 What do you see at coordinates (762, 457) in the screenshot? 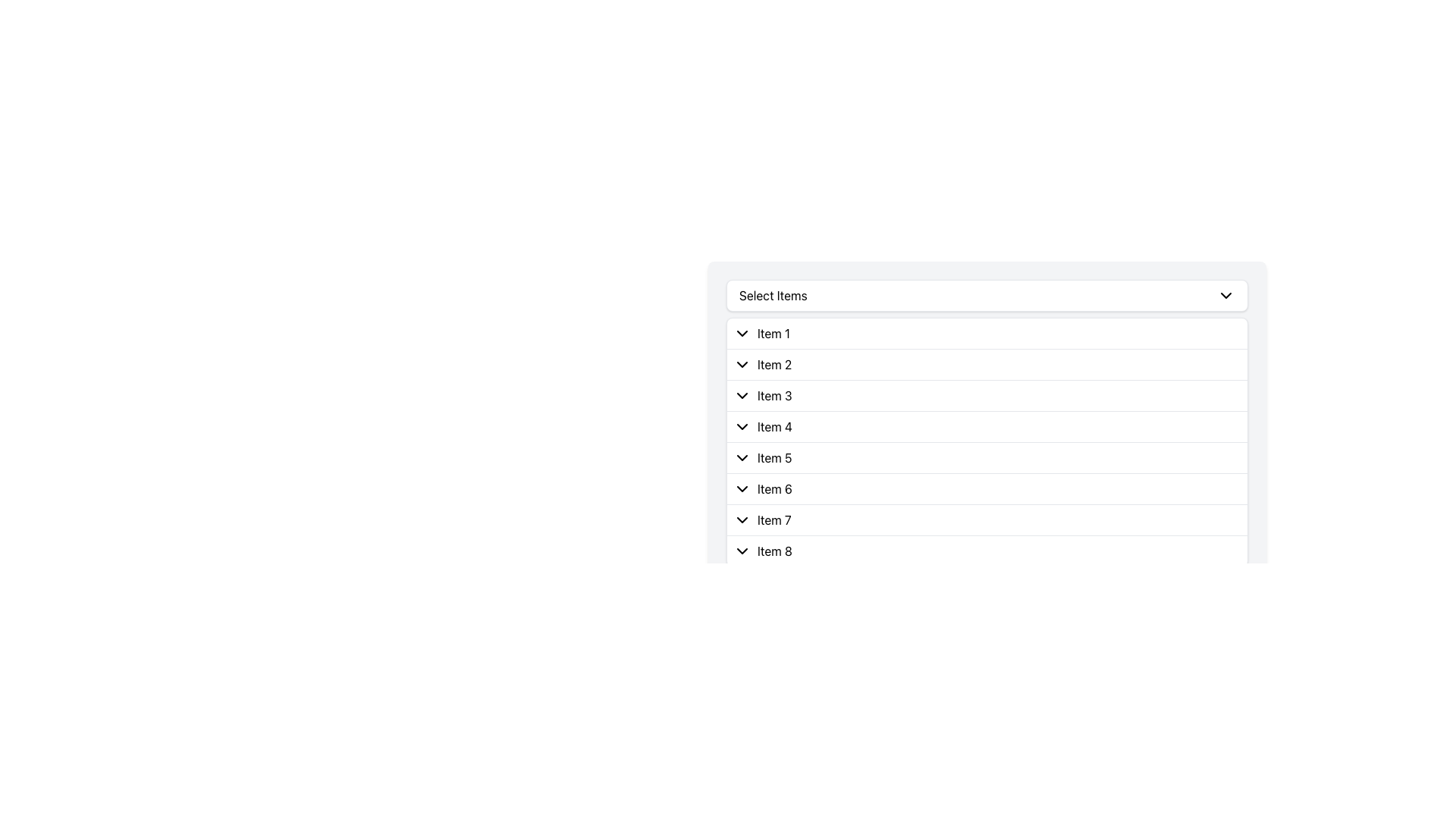
I see `the fifth list item in the dropdown menu` at bounding box center [762, 457].